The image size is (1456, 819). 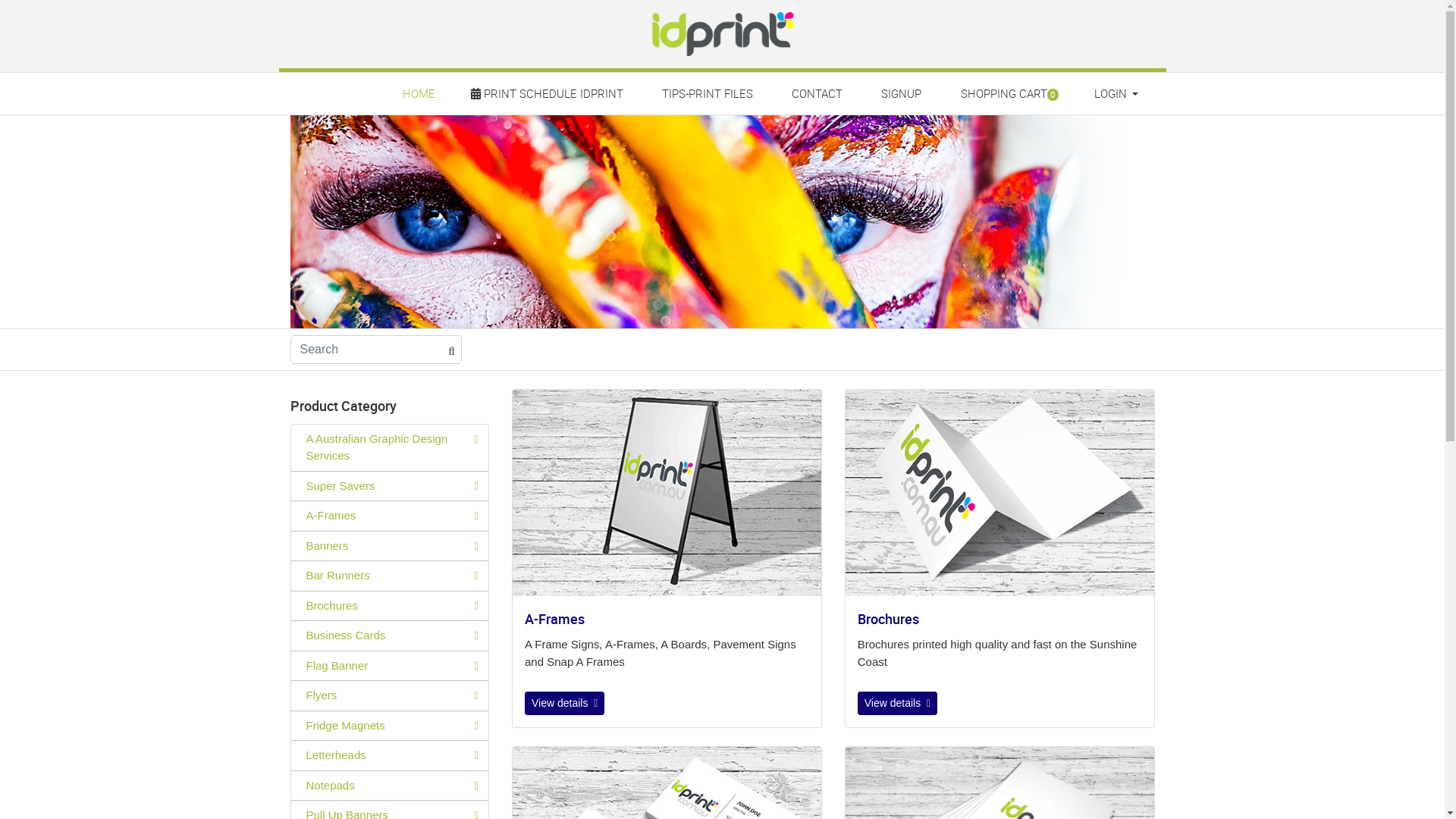 What do you see at coordinates (390, 785) in the screenshot?
I see `'Notepads'` at bounding box center [390, 785].